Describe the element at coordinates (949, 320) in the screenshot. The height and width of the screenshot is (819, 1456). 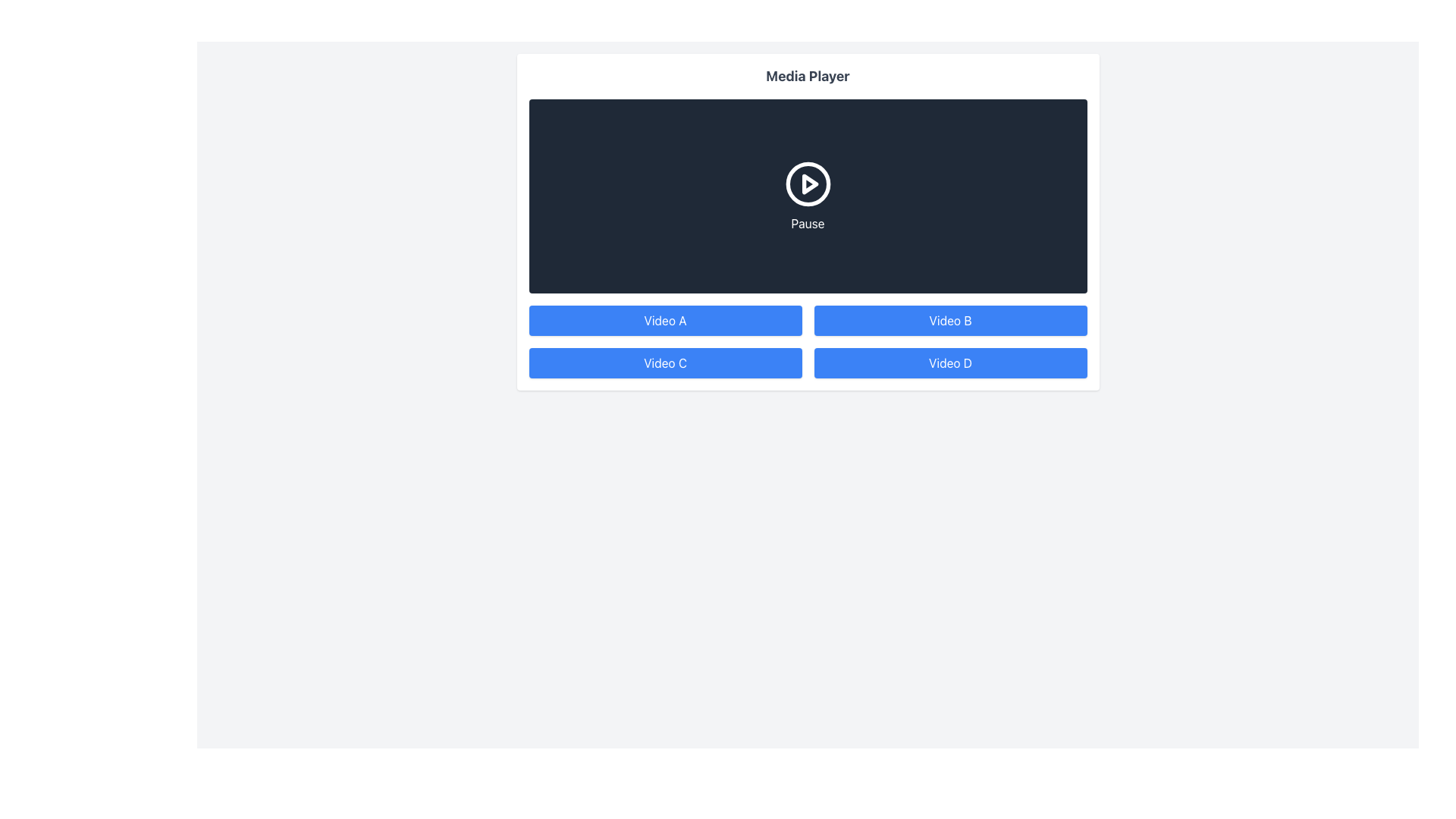
I see `the rectangular button labeled 'Video B' with a blue background` at that location.